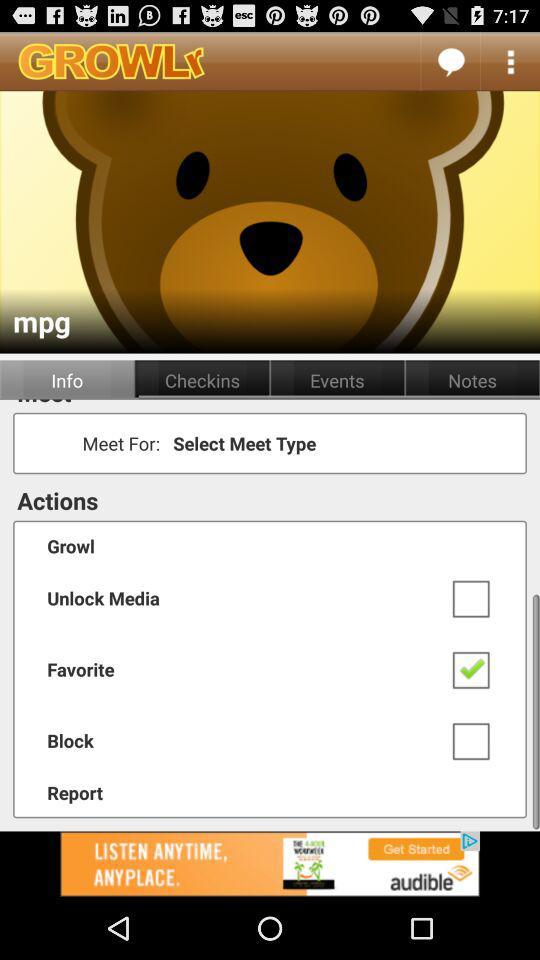  Describe the element at coordinates (450, 65) in the screenshot. I see `the chat icon` at that location.